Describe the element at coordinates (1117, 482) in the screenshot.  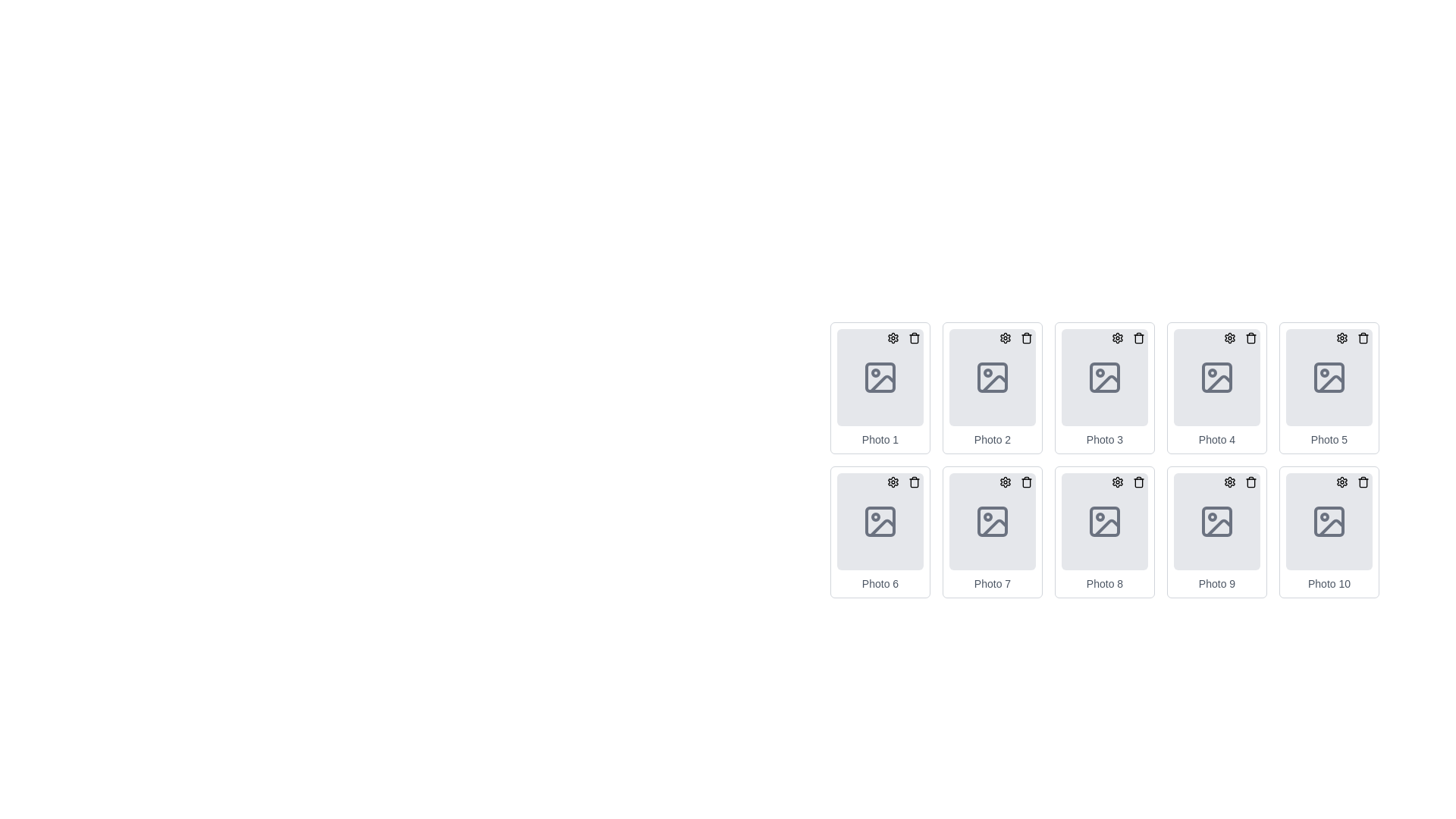
I see `the cogwheel graphic icon located in the upper-right corner of the 'Photo 8' card` at that location.